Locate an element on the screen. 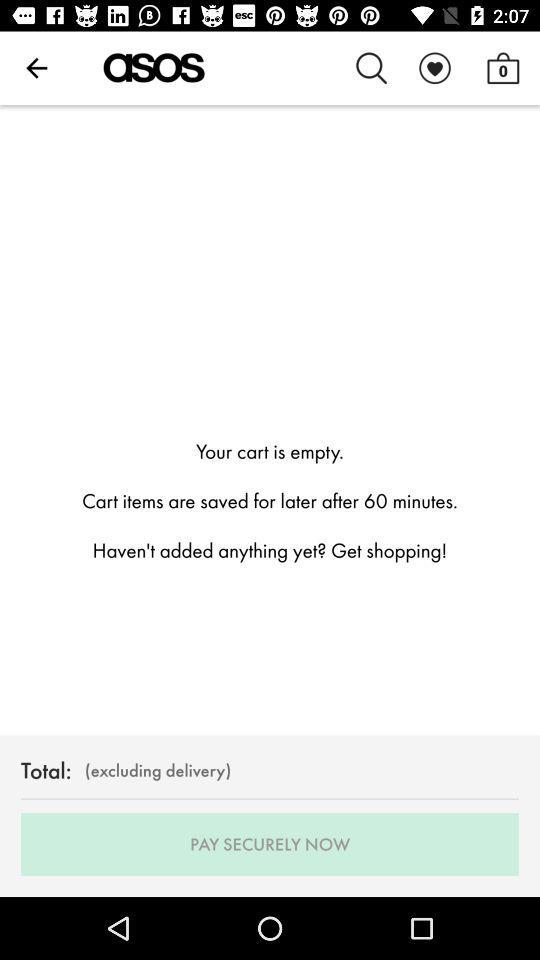 This screenshot has width=540, height=960. the 0 item is located at coordinates (502, 68).